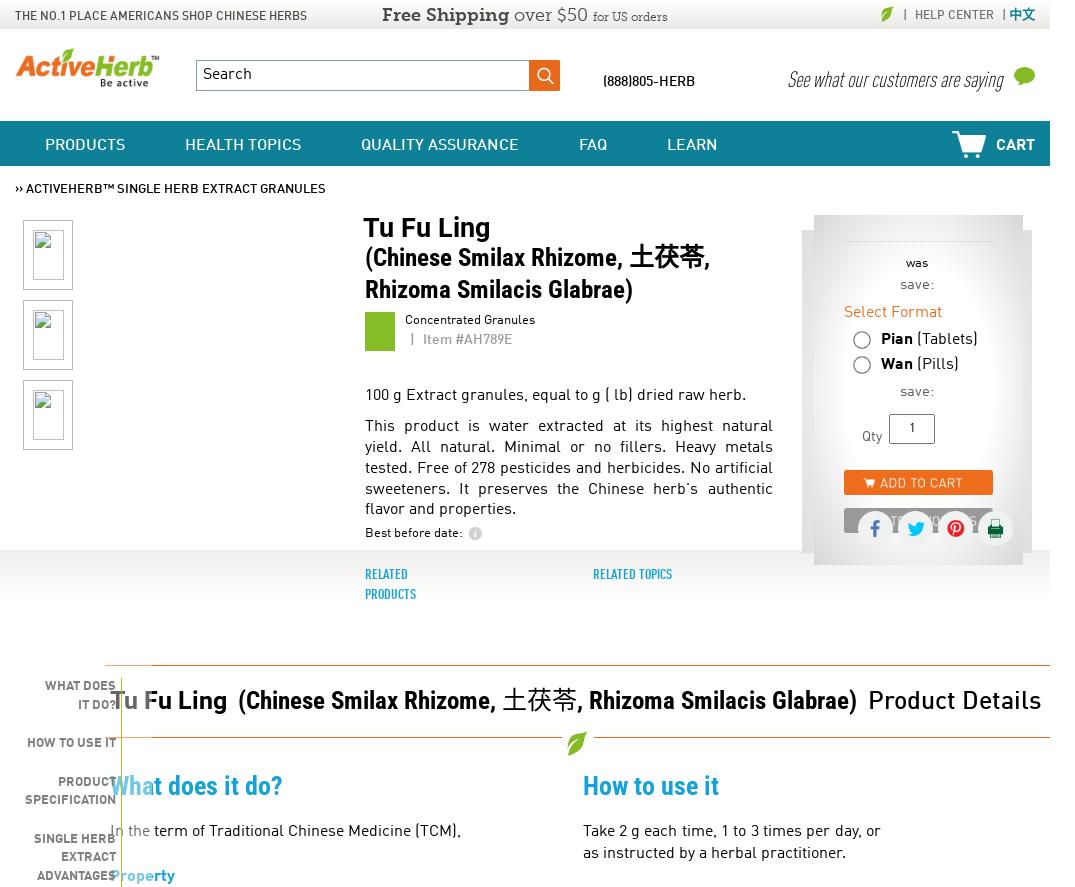 The image size is (1075, 887). I want to click on 'Quality Assurance', so click(438, 146).